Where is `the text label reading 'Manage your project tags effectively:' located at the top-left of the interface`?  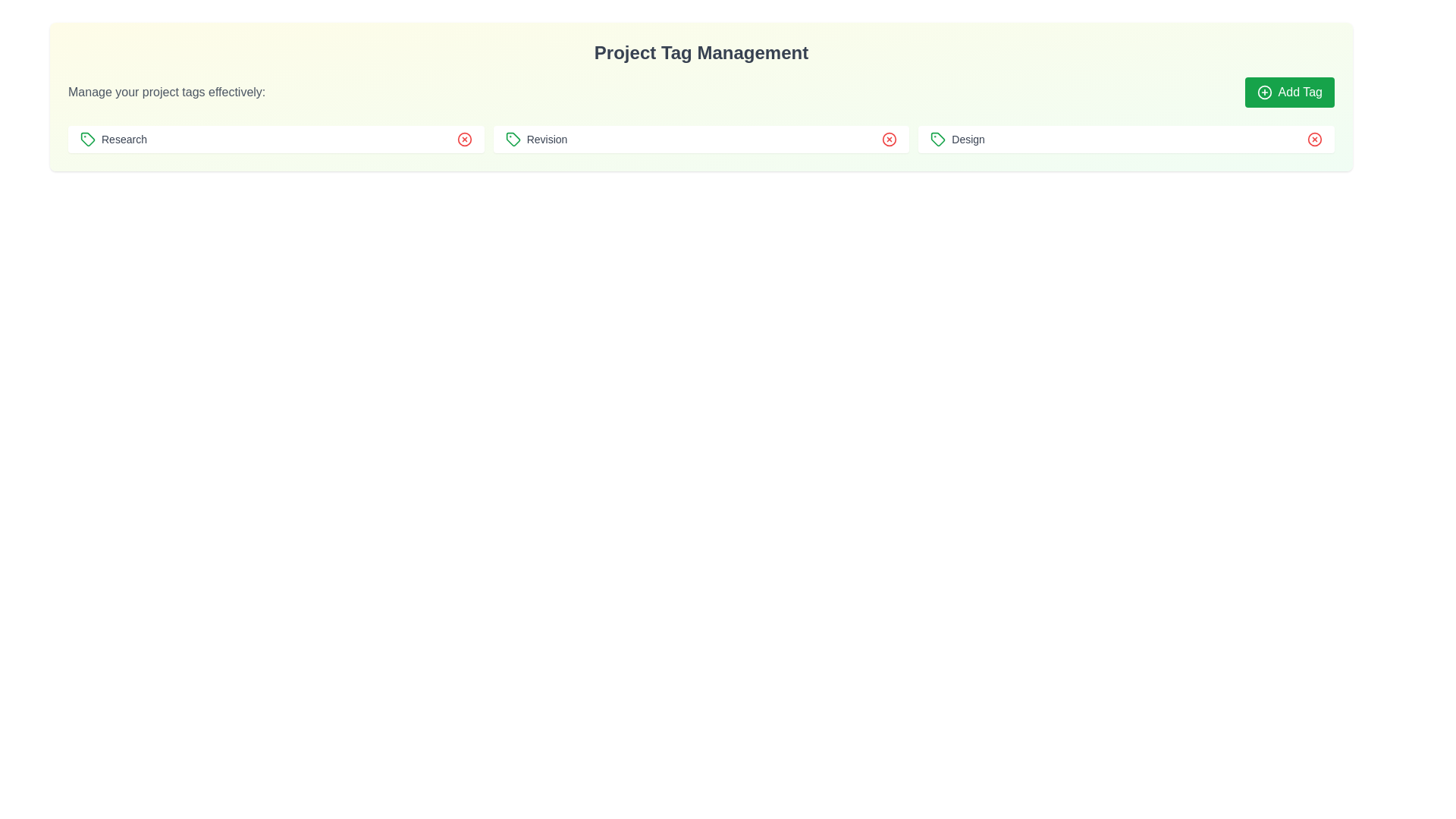 the text label reading 'Manage your project tags effectively:' located at the top-left of the interface is located at coordinates (167, 93).